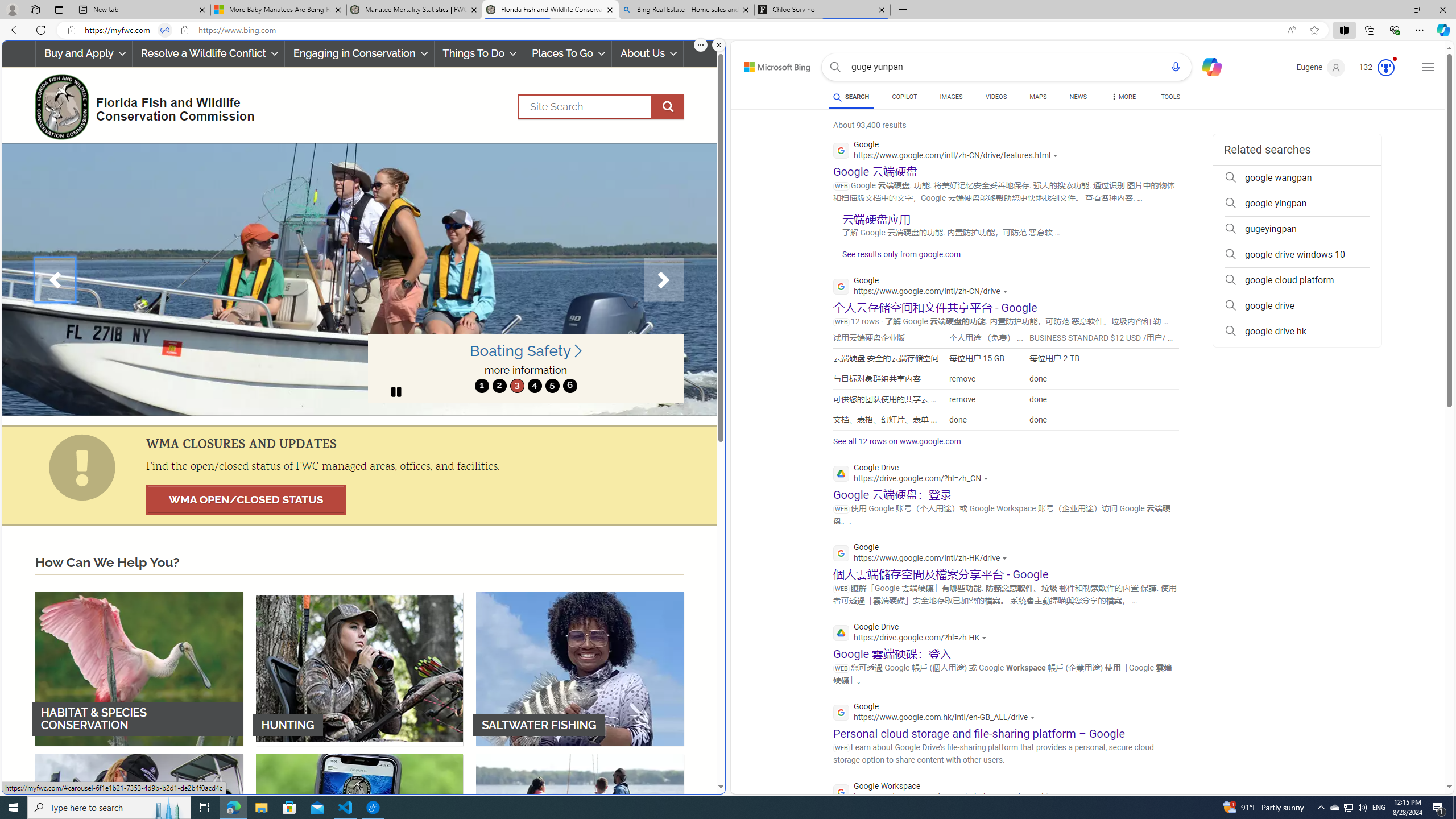 The image size is (1456, 819). Describe the element at coordinates (995, 98) in the screenshot. I see `'VIDEOS'` at that location.